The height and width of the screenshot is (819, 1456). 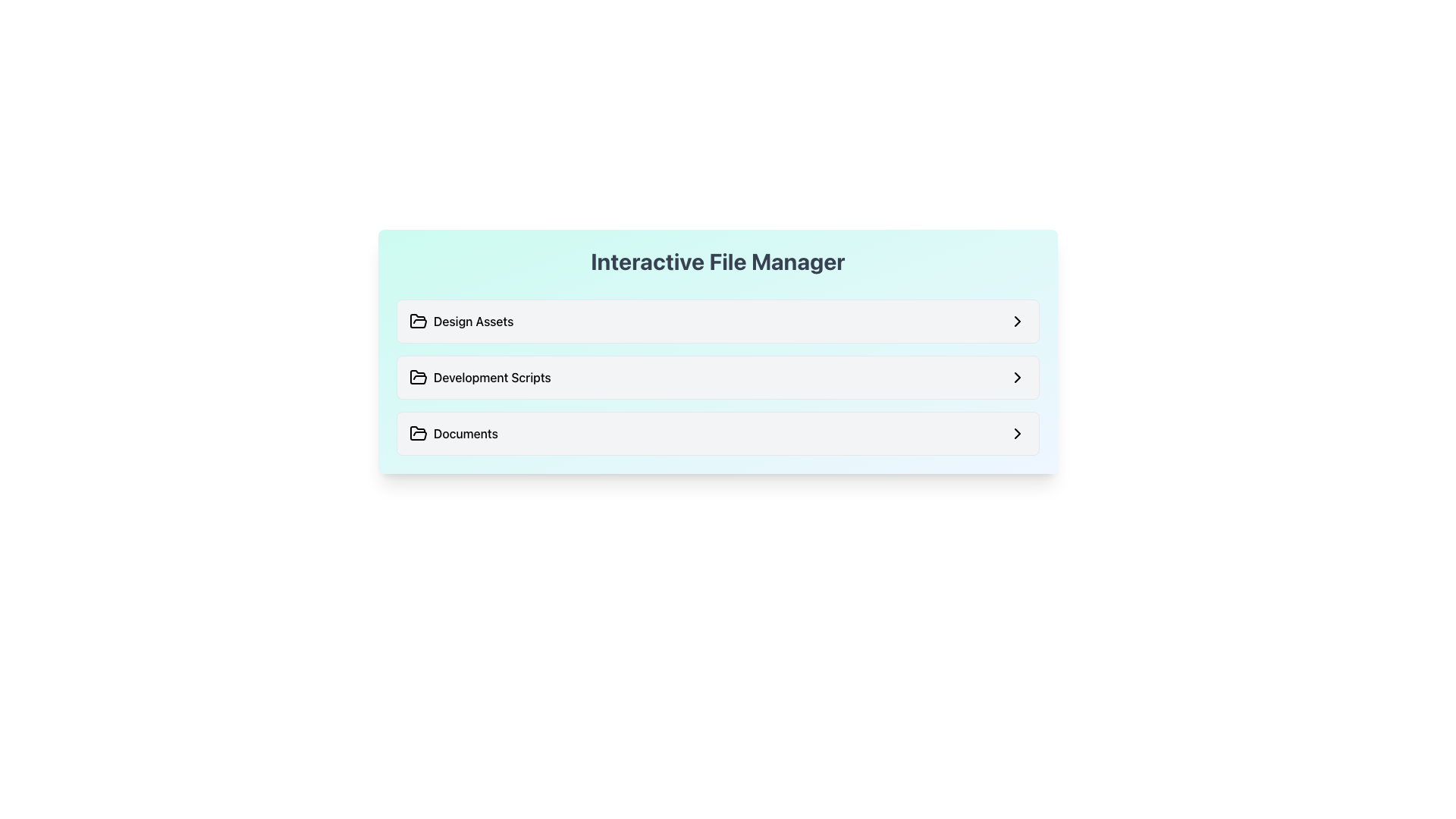 I want to click on the chevron-shaped icon button located in the second row, next to 'Development Scripts', so click(x=1018, y=321).